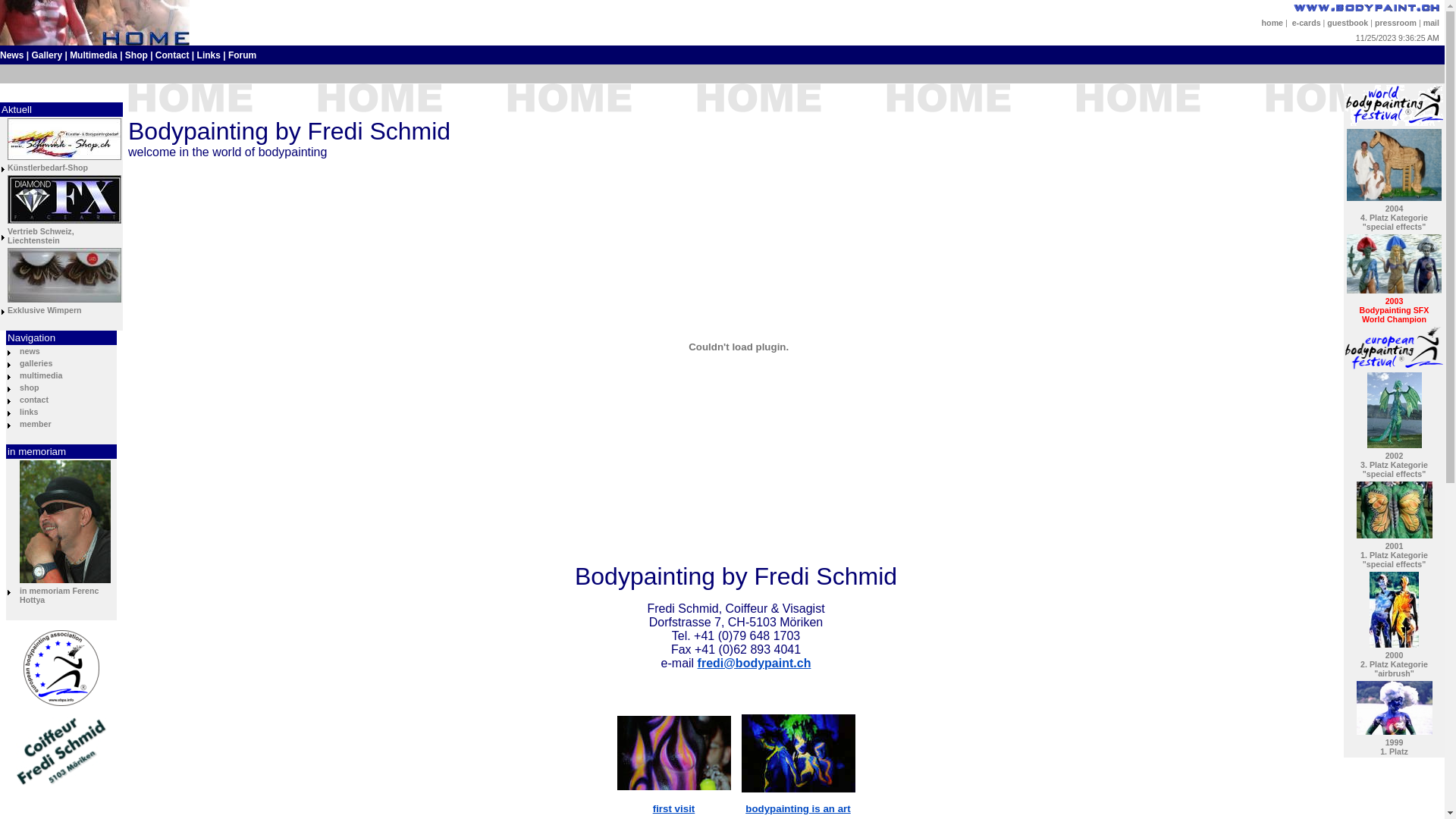 This screenshot has width=1456, height=819. I want to click on 'member', so click(35, 424).